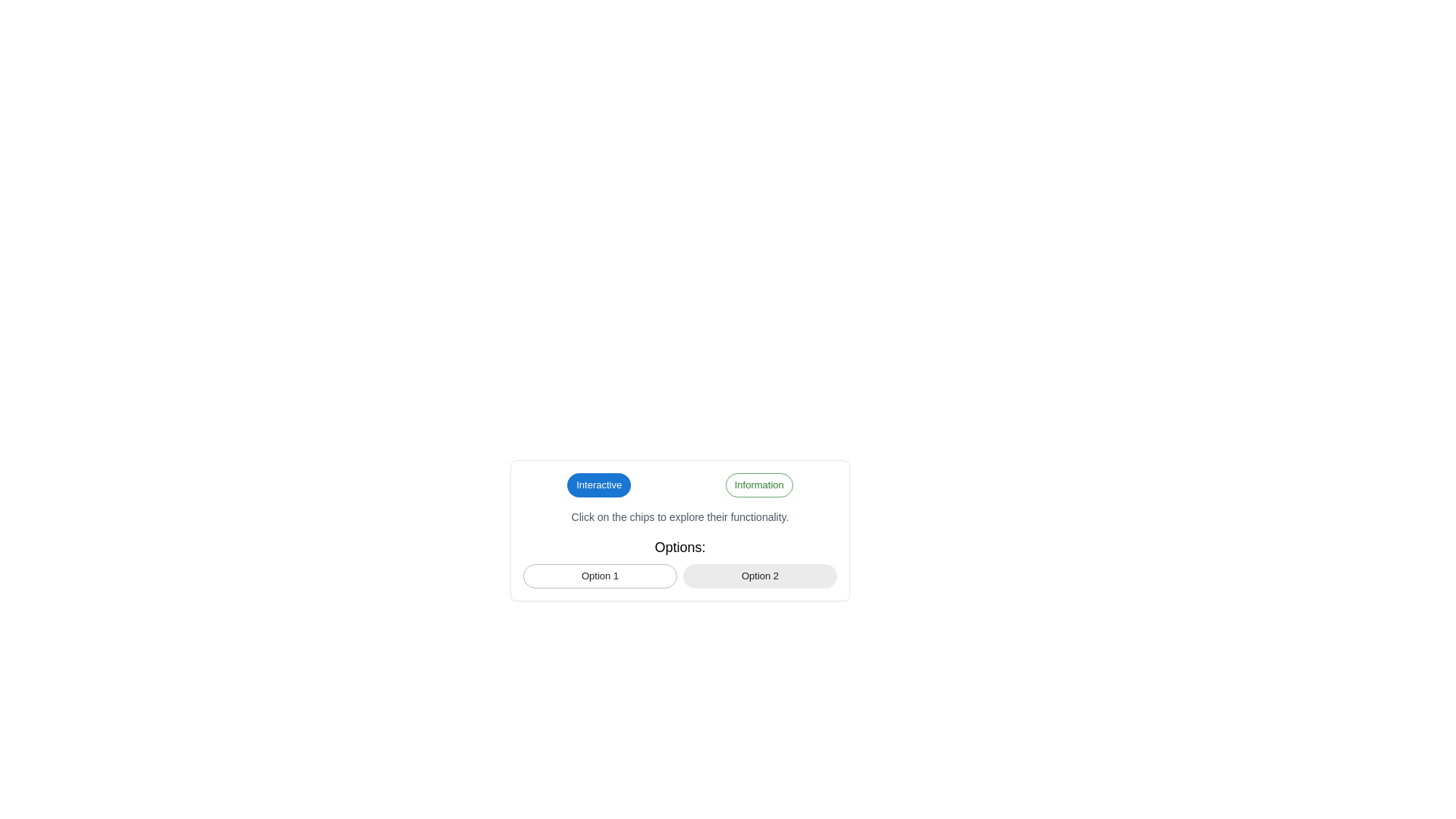 The width and height of the screenshot is (1456, 819). What do you see at coordinates (599, 576) in the screenshot?
I see `the first chip labeled 'Option 1'` at bounding box center [599, 576].